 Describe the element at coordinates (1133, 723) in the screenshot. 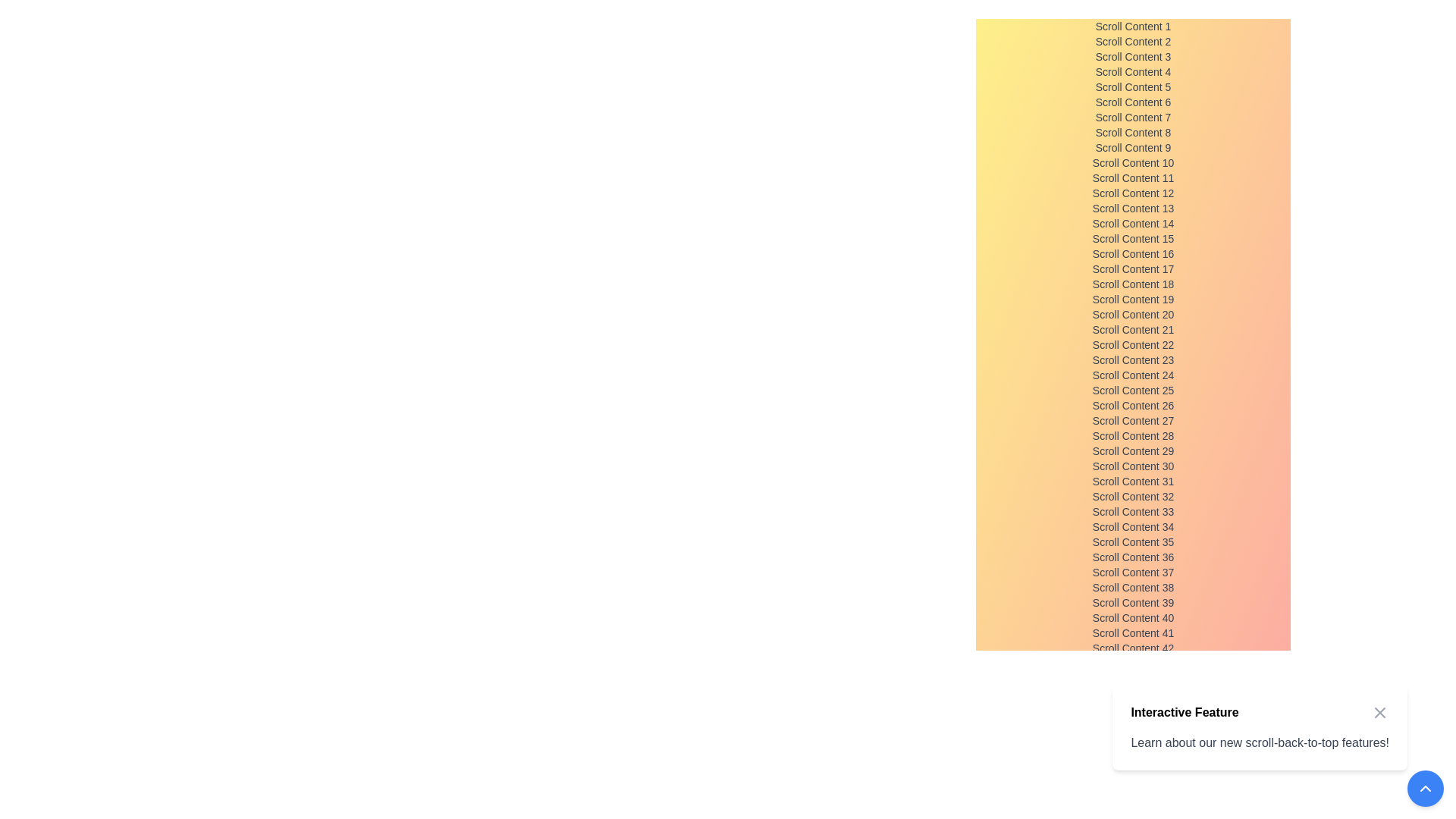

I see `information displayed in the forty-seventh text label of a vertical list, which is part of a scrollable content area` at that location.